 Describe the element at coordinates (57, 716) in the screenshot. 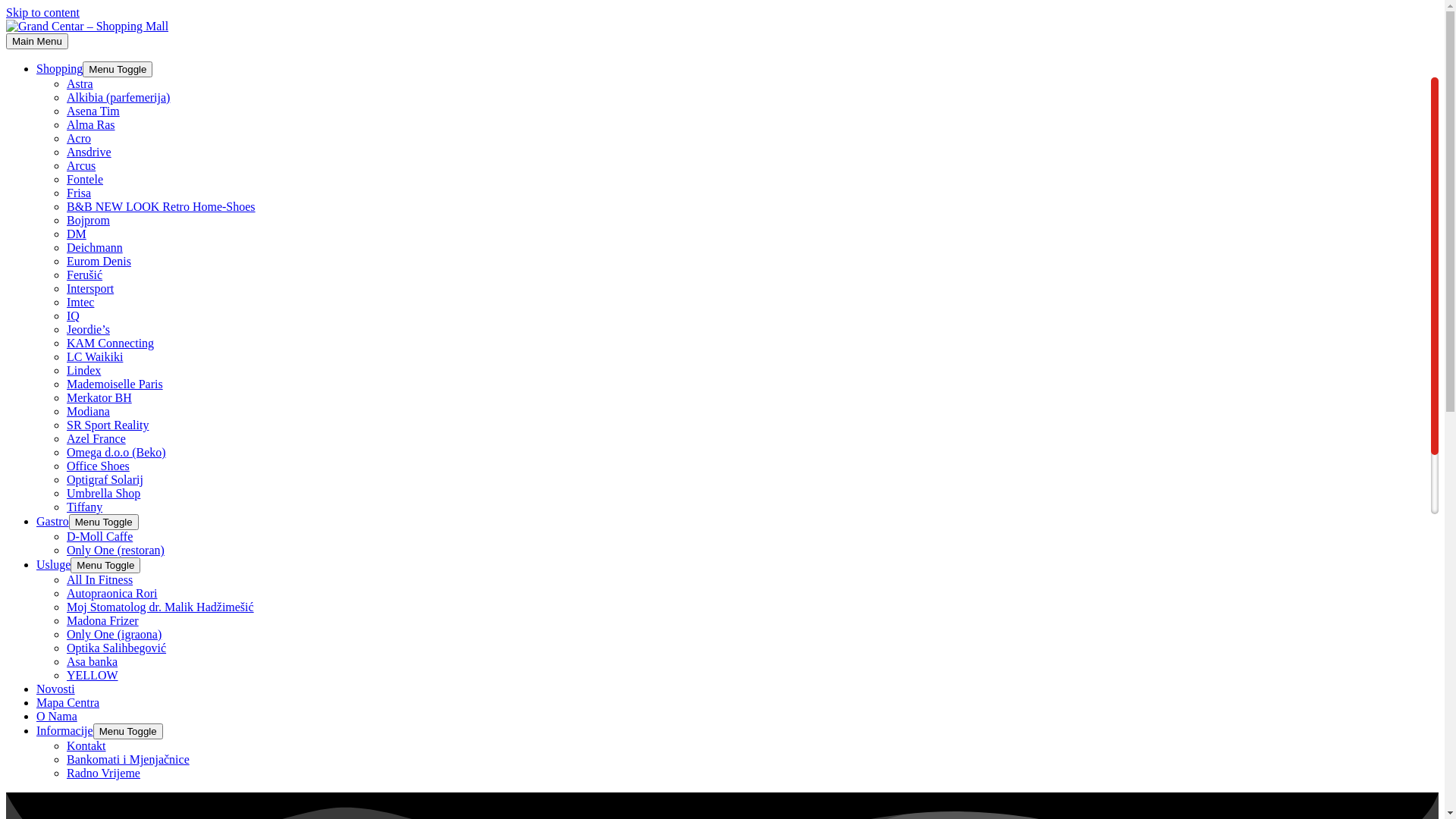

I see `'O Nama'` at that location.